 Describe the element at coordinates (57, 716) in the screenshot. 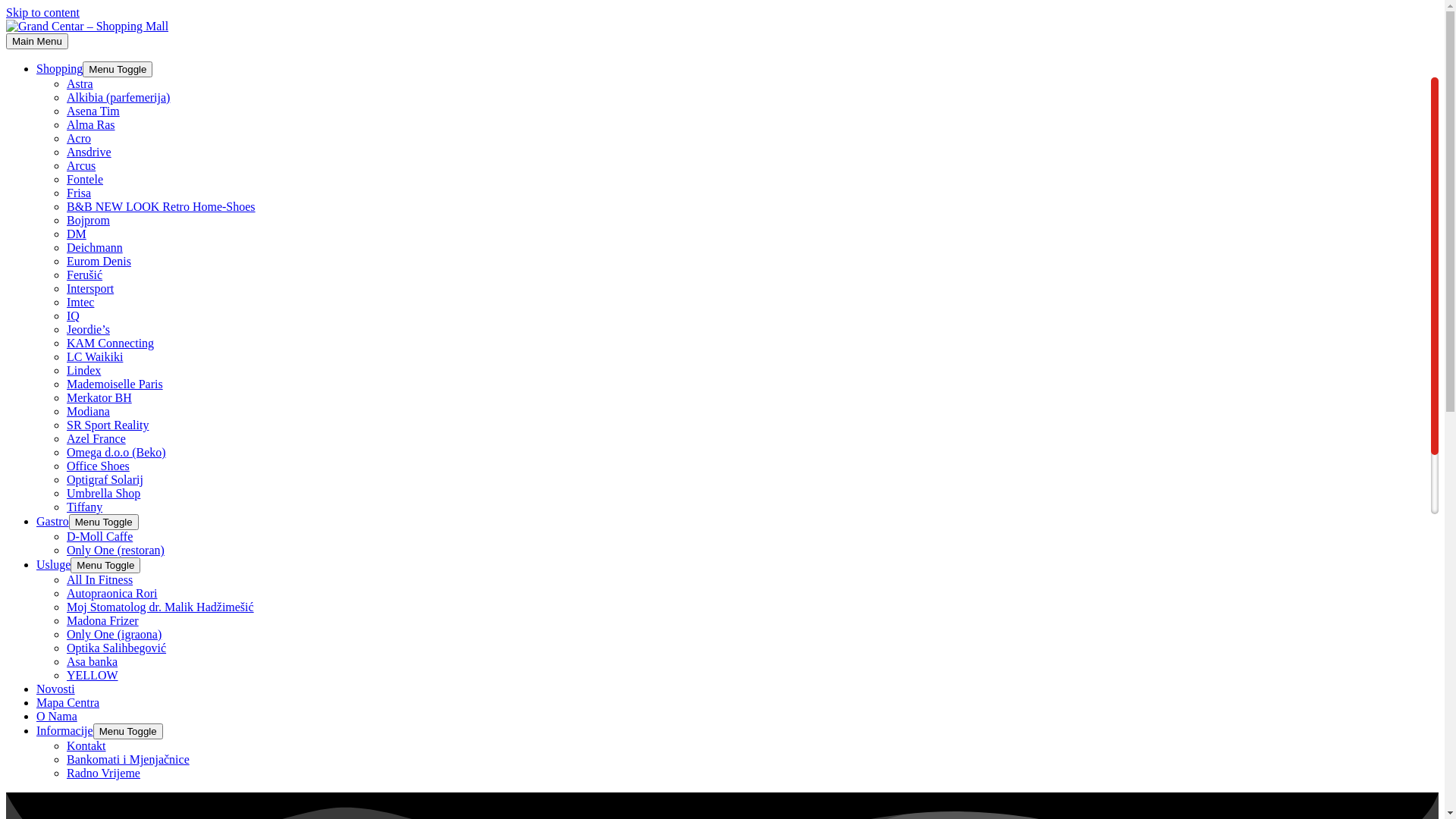

I see `'O Nama'` at that location.